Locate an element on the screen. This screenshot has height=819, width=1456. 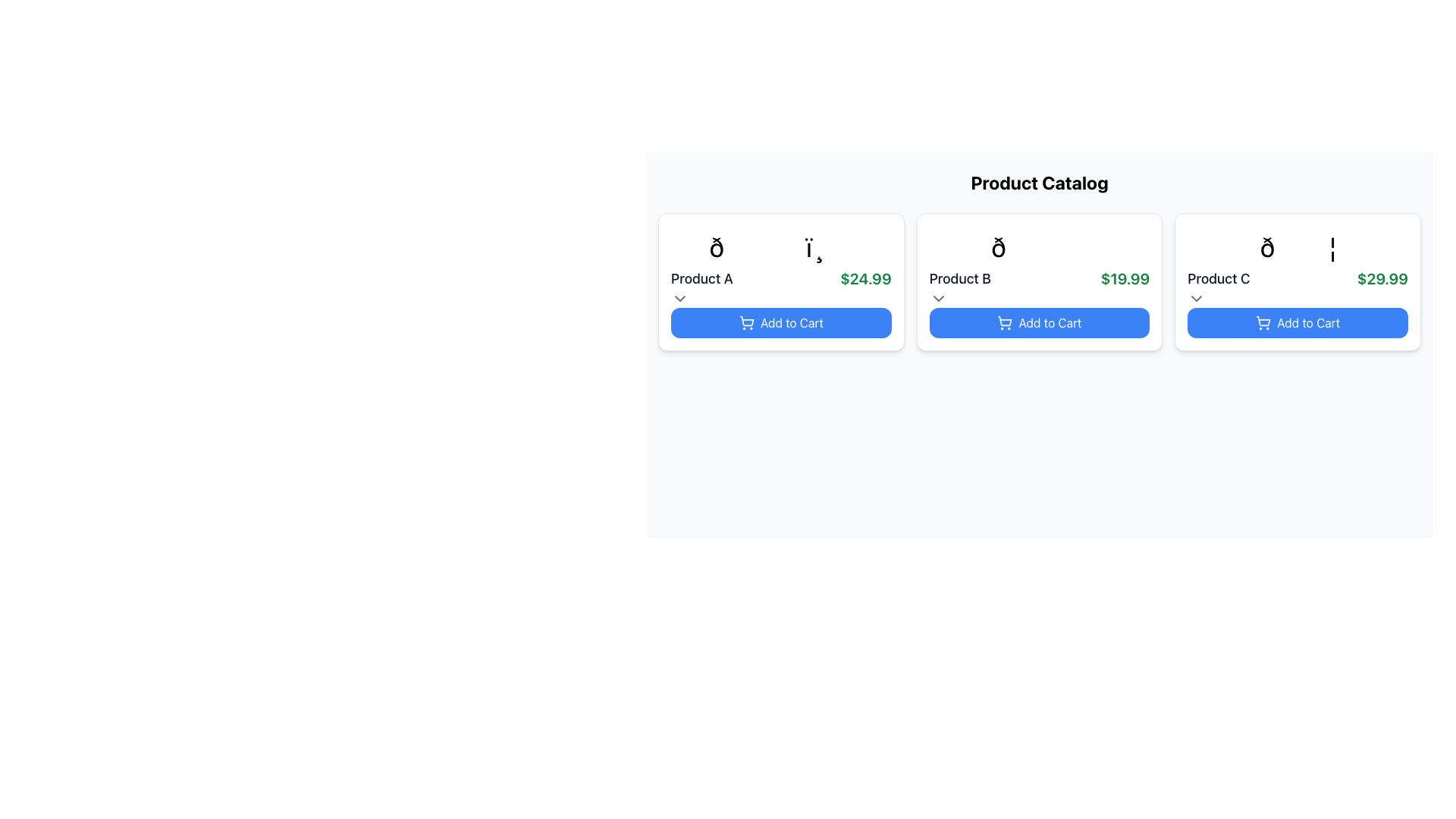
the Text Display element that serves as a product label or title, located in the middle card of a horizontally aligned card group, above the price '$19.99' is located at coordinates (959, 278).